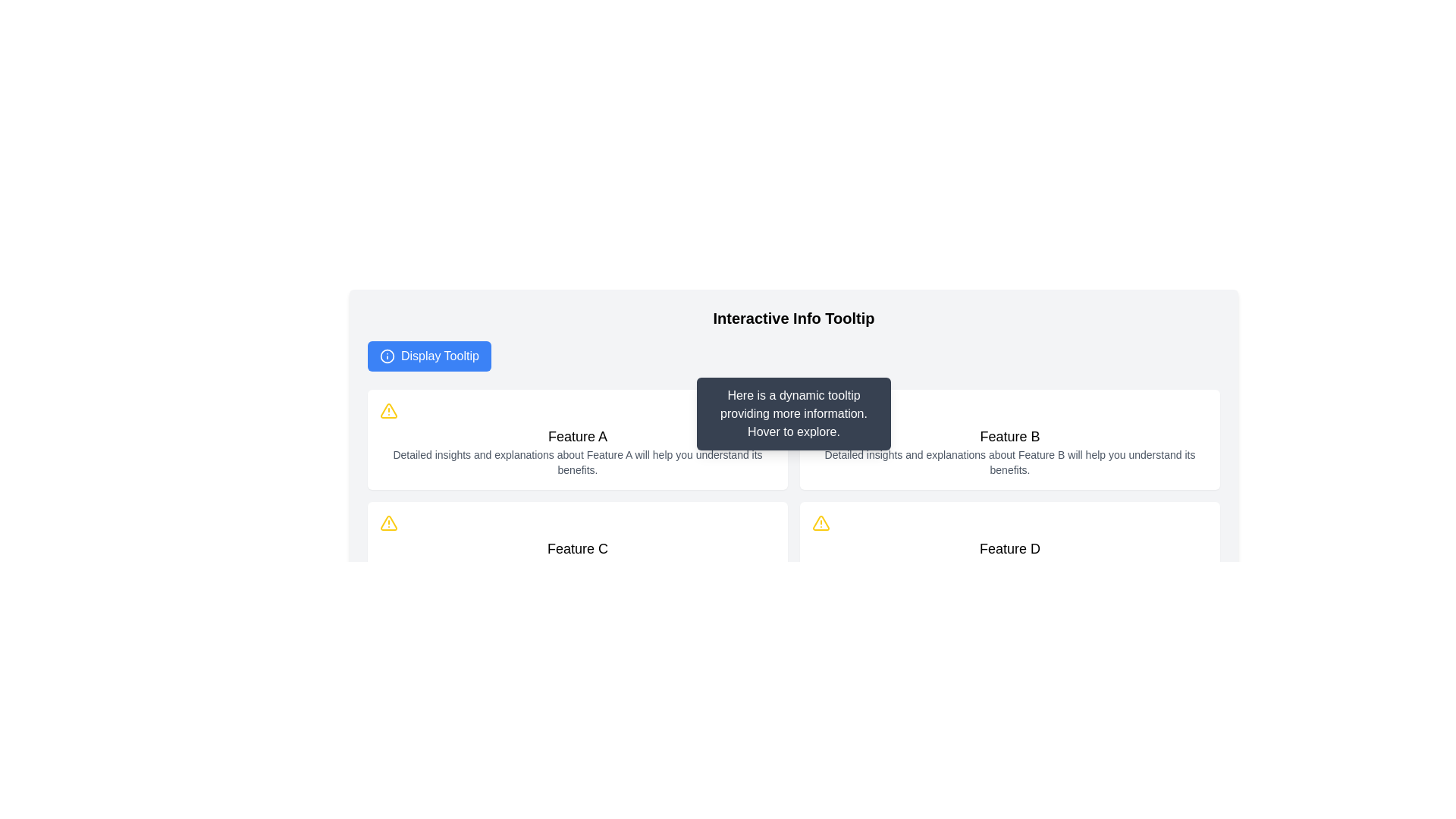  What do you see at coordinates (821, 522) in the screenshot?
I see `the informational or warning icon located in the upper part of the 'Feature C' section` at bounding box center [821, 522].